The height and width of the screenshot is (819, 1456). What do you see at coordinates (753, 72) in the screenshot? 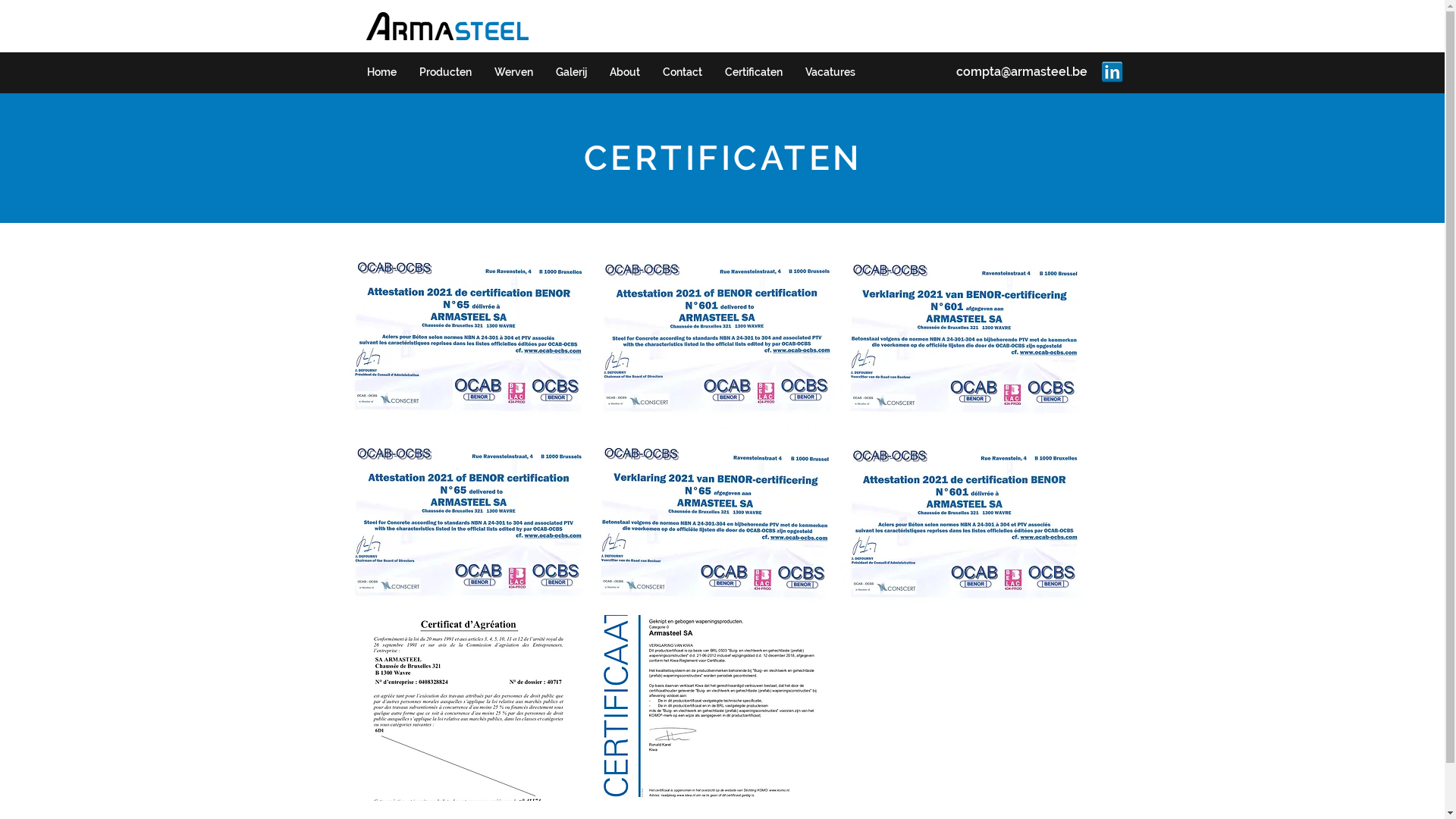
I see `'Certificaten'` at bounding box center [753, 72].